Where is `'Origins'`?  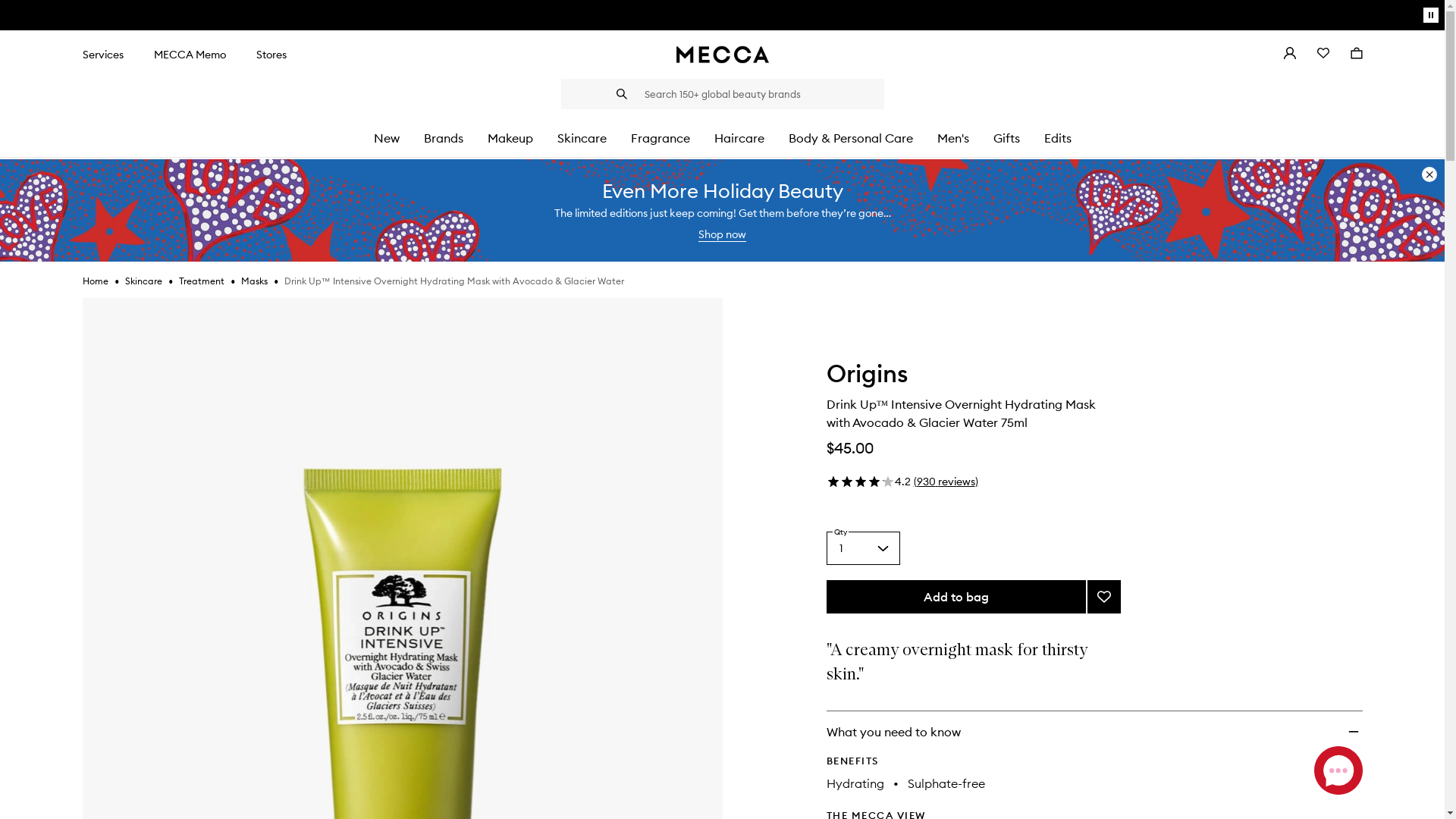 'Origins' is located at coordinates (867, 376).